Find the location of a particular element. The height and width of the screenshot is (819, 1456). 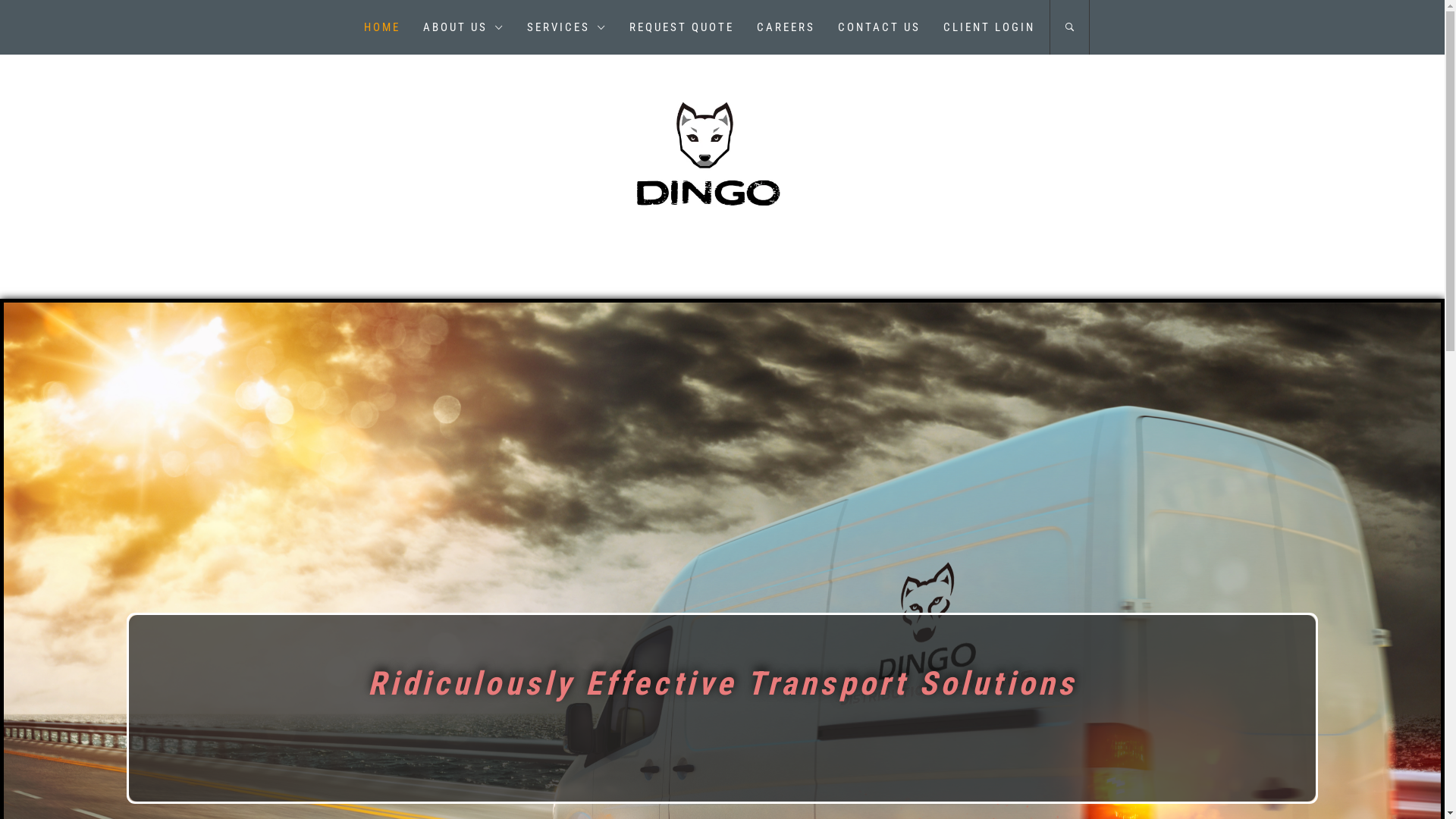

'ABOUT US' is located at coordinates (411, 27).